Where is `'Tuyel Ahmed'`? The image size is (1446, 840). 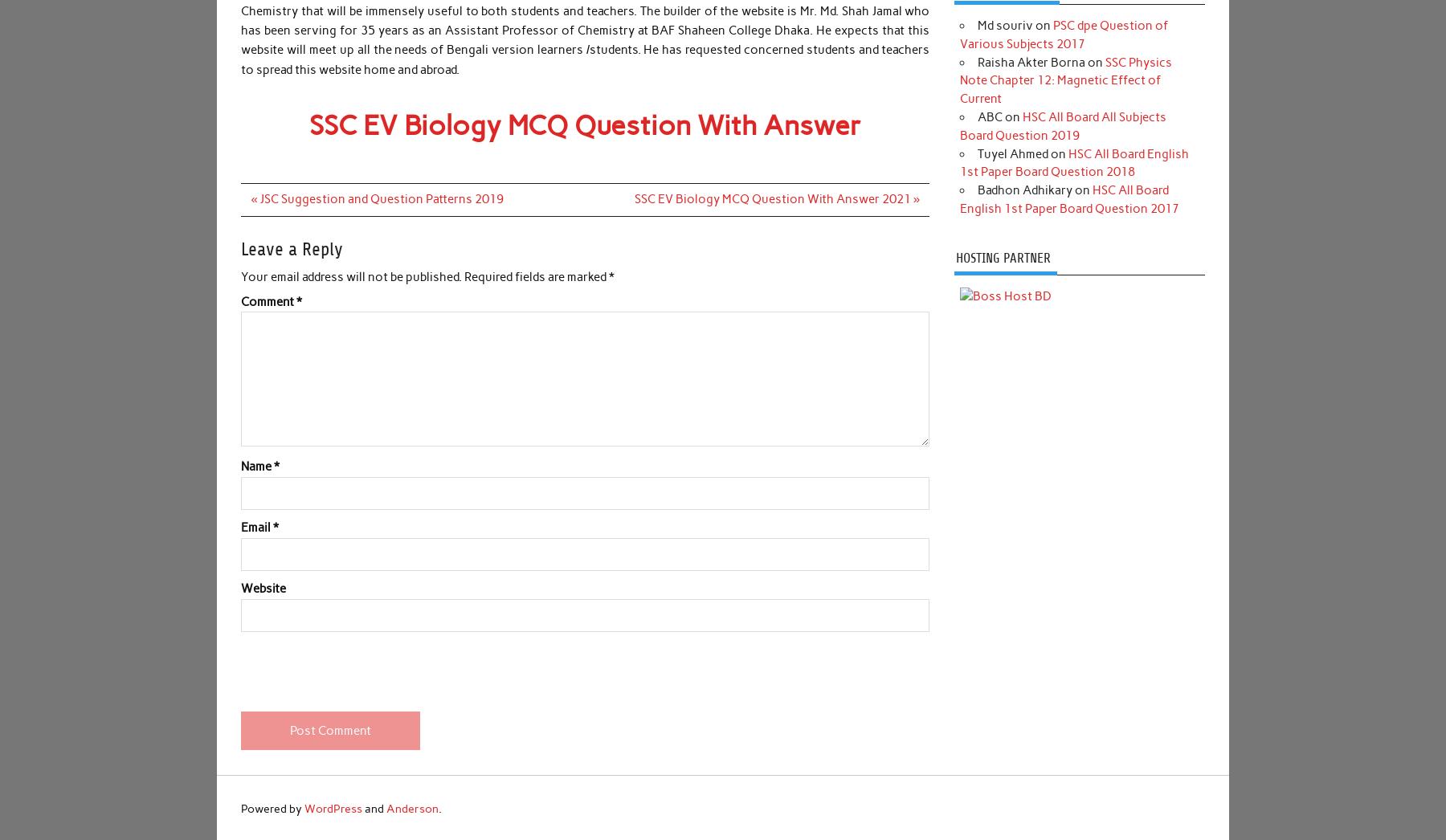 'Tuyel Ahmed' is located at coordinates (1012, 153).